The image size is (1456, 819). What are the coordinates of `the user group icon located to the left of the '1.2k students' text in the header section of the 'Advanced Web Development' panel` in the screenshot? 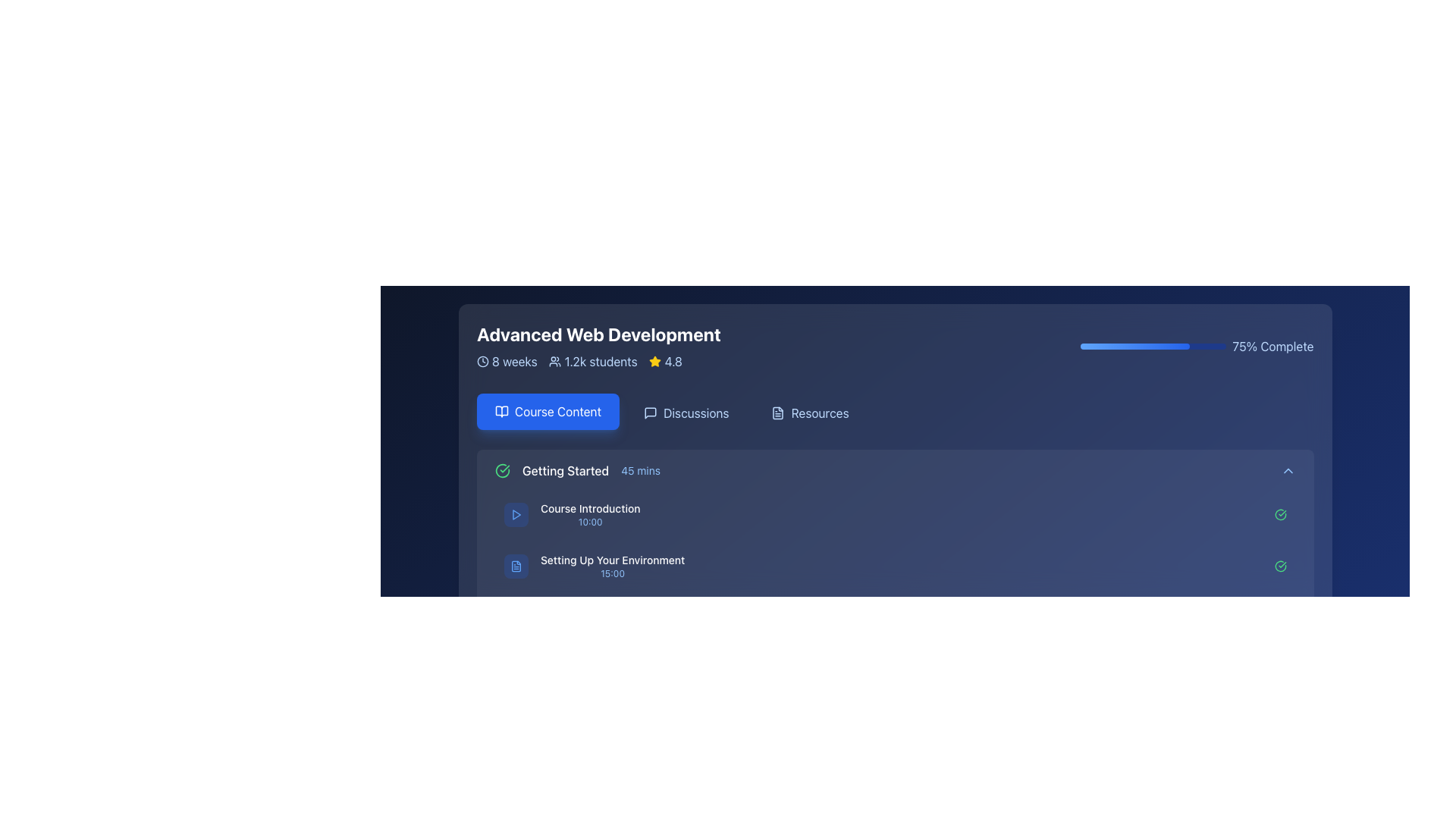 It's located at (554, 362).